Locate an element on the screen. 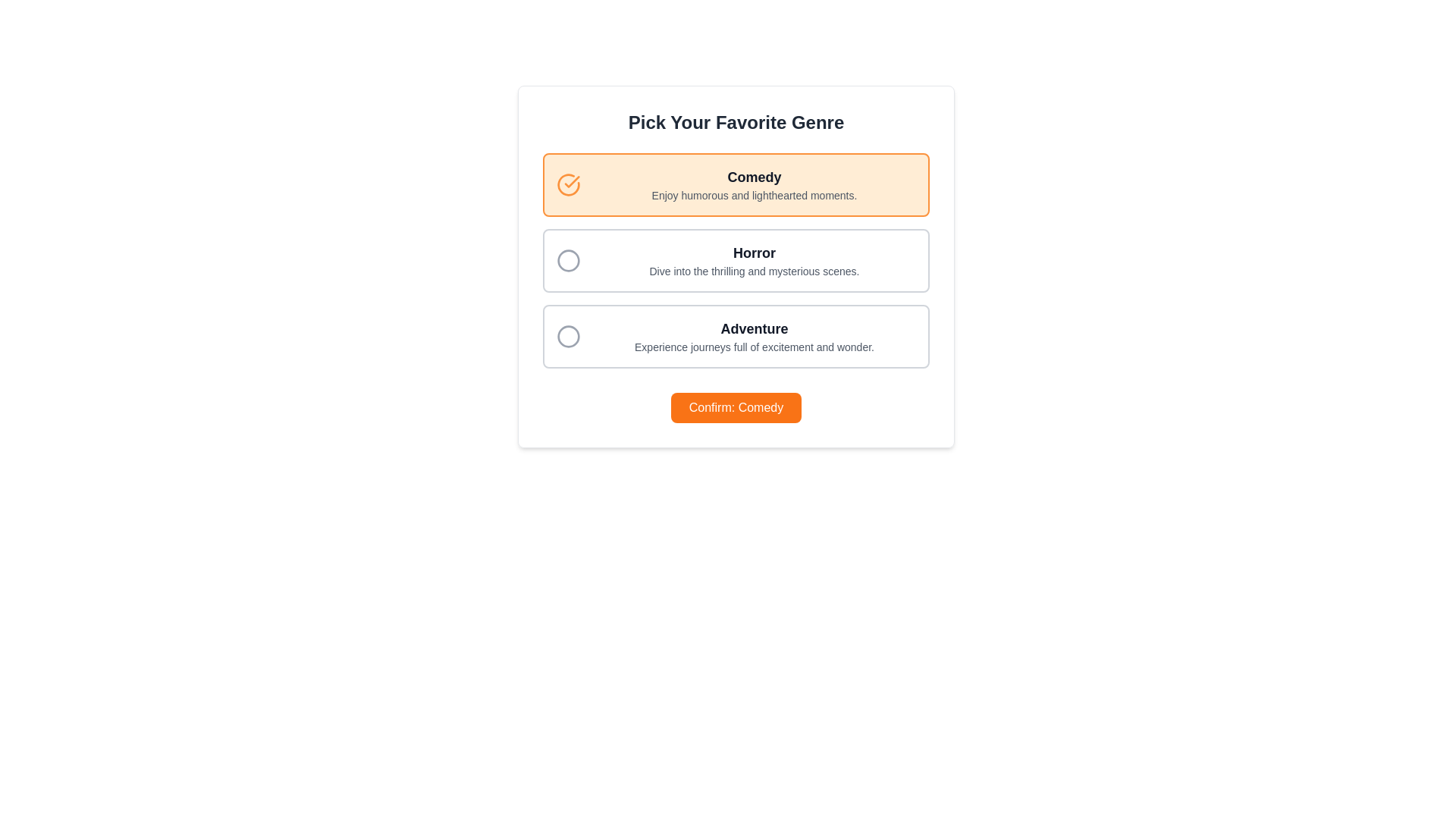 Image resolution: width=1456 pixels, height=819 pixels. text label that says 'Experience journeys full of excitement and wonder.' located below the title 'Adventure' in the third option of the genre list is located at coordinates (754, 347).